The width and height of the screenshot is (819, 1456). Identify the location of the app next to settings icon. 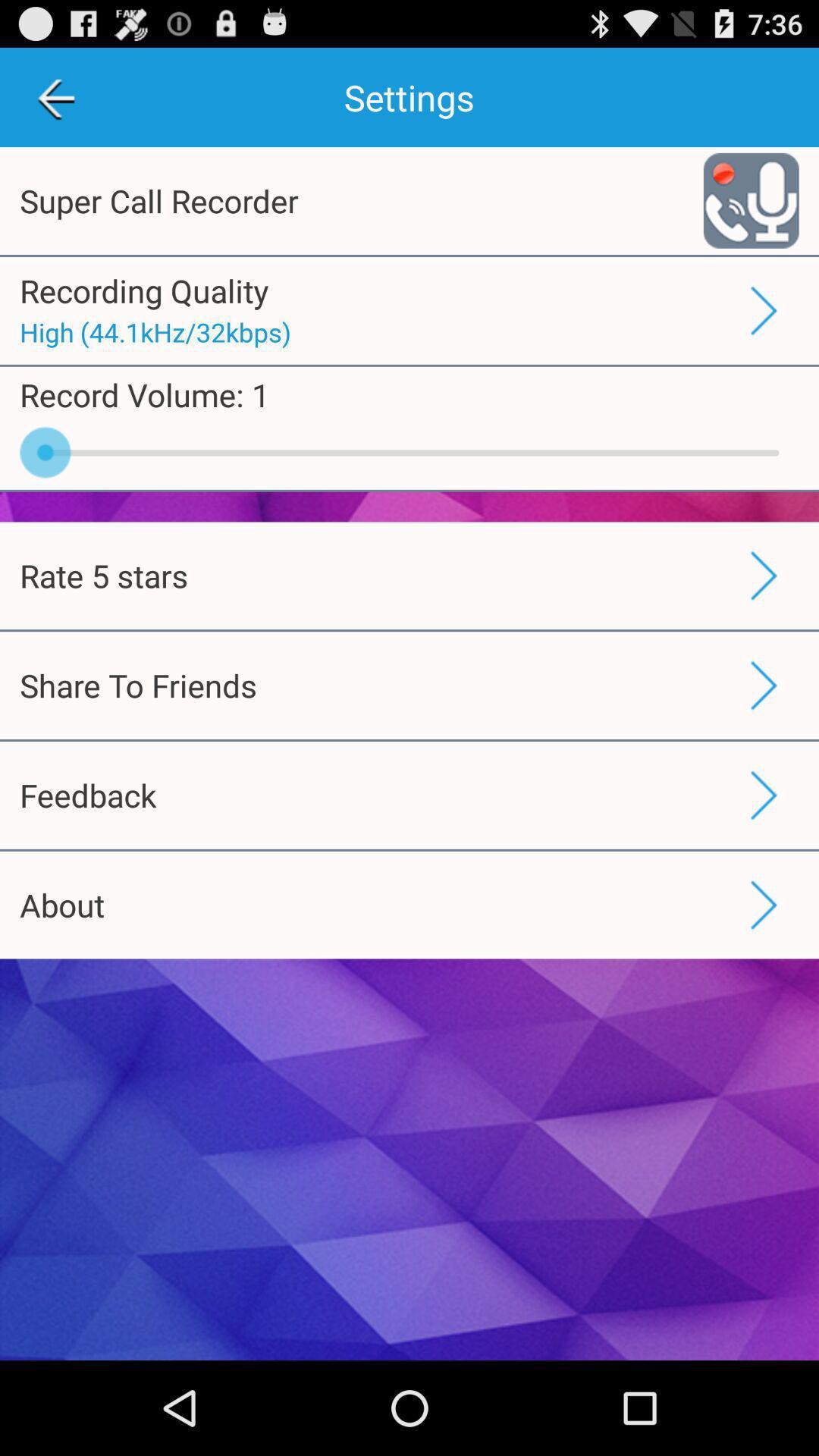
(55, 96).